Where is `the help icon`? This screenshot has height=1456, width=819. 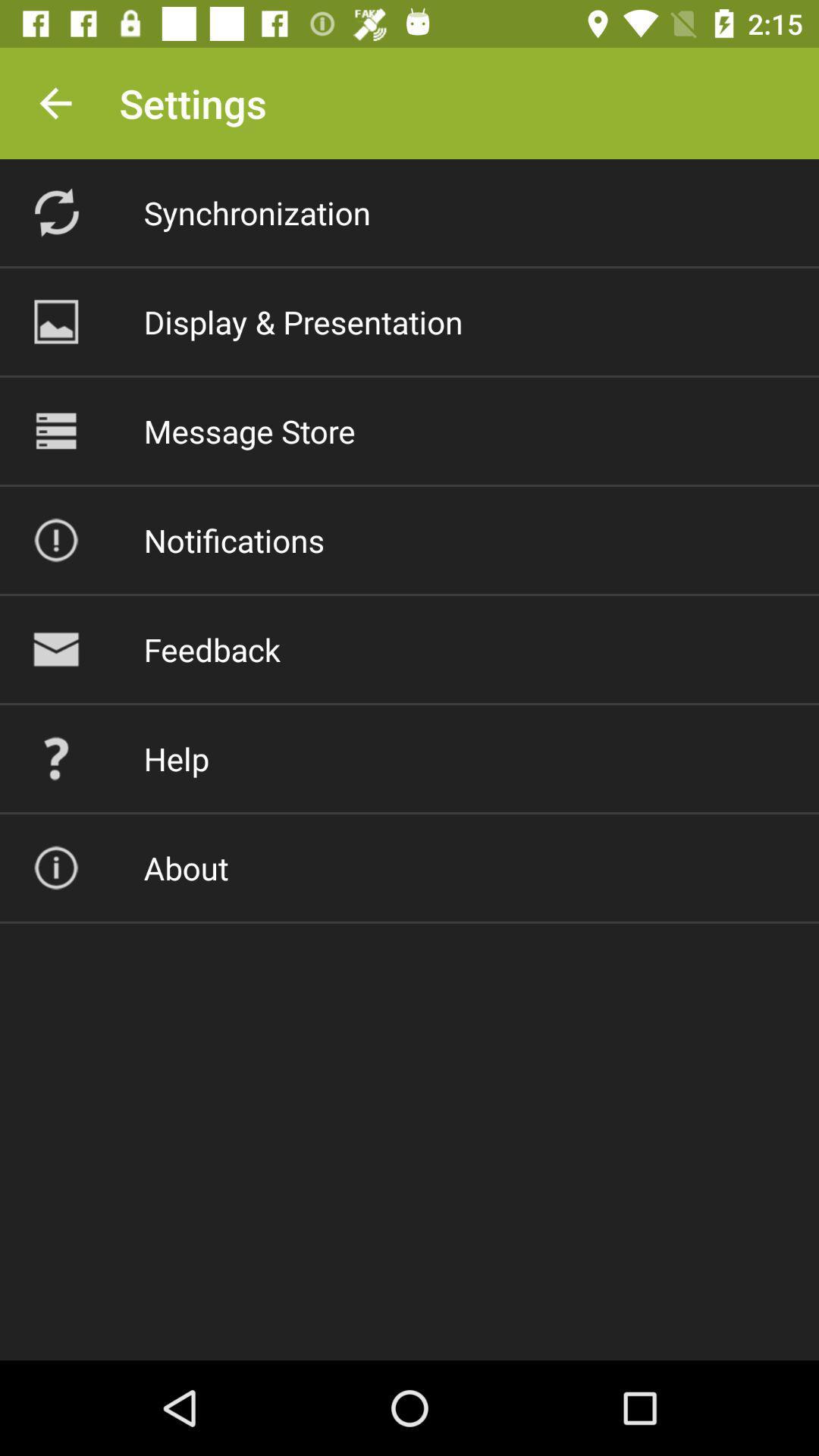 the help icon is located at coordinates (175, 758).